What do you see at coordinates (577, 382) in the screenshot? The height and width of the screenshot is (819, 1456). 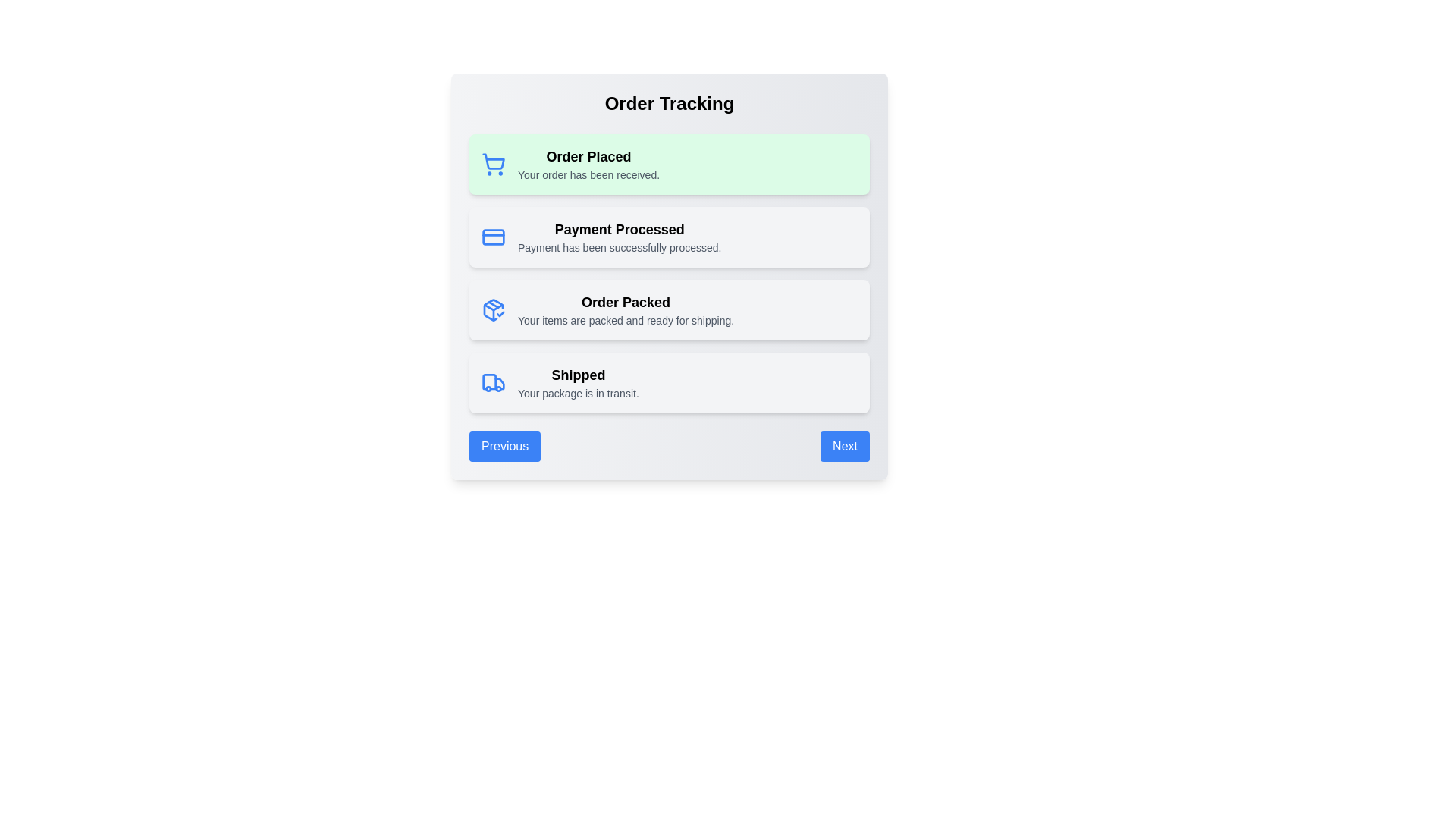 I see `the 'Shipped' text block which displays 'Your package is in transit.'` at bounding box center [577, 382].